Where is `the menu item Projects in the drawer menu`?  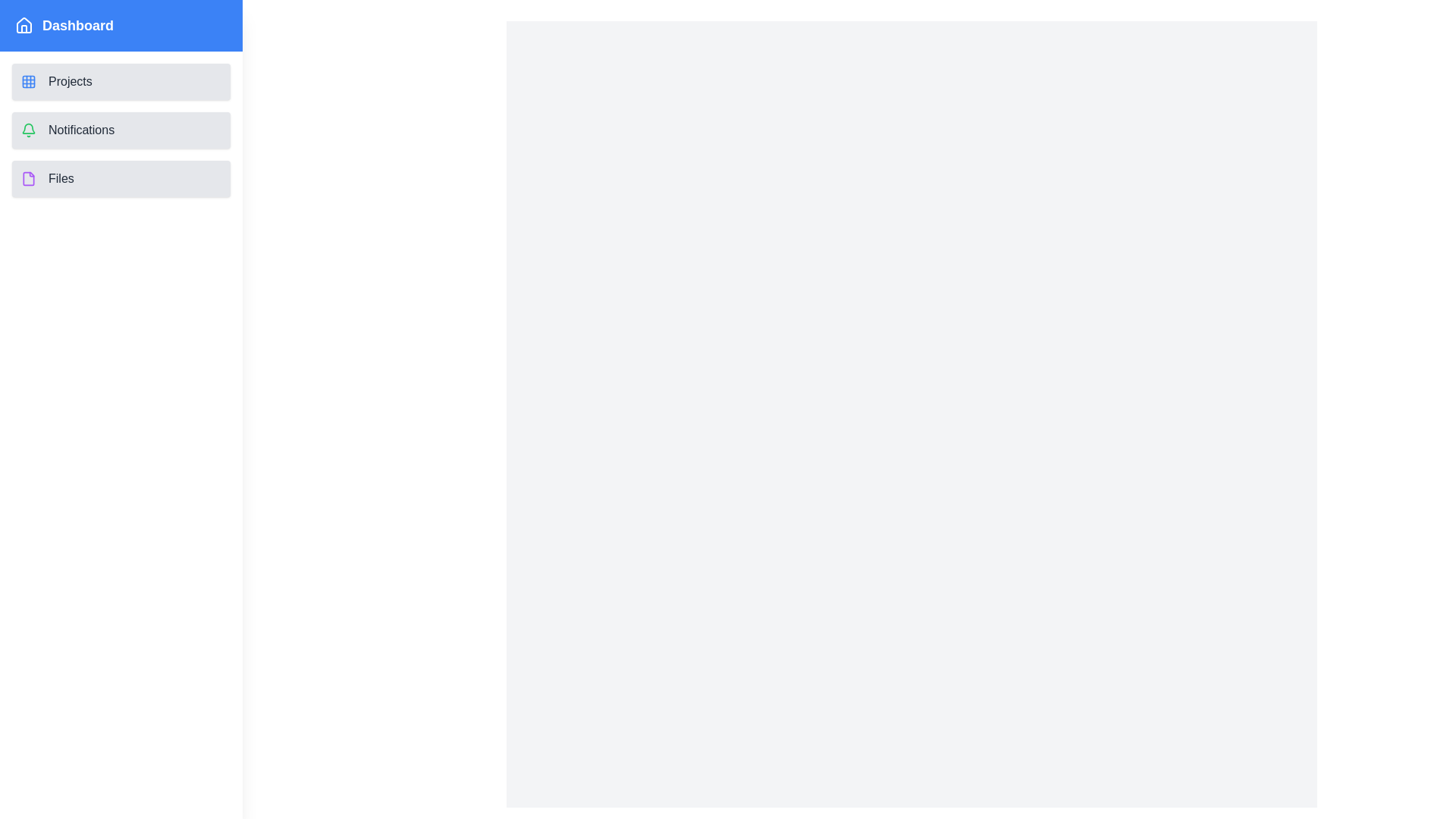
the menu item Projects in the drawer menu is located at coordinates (120, 82).